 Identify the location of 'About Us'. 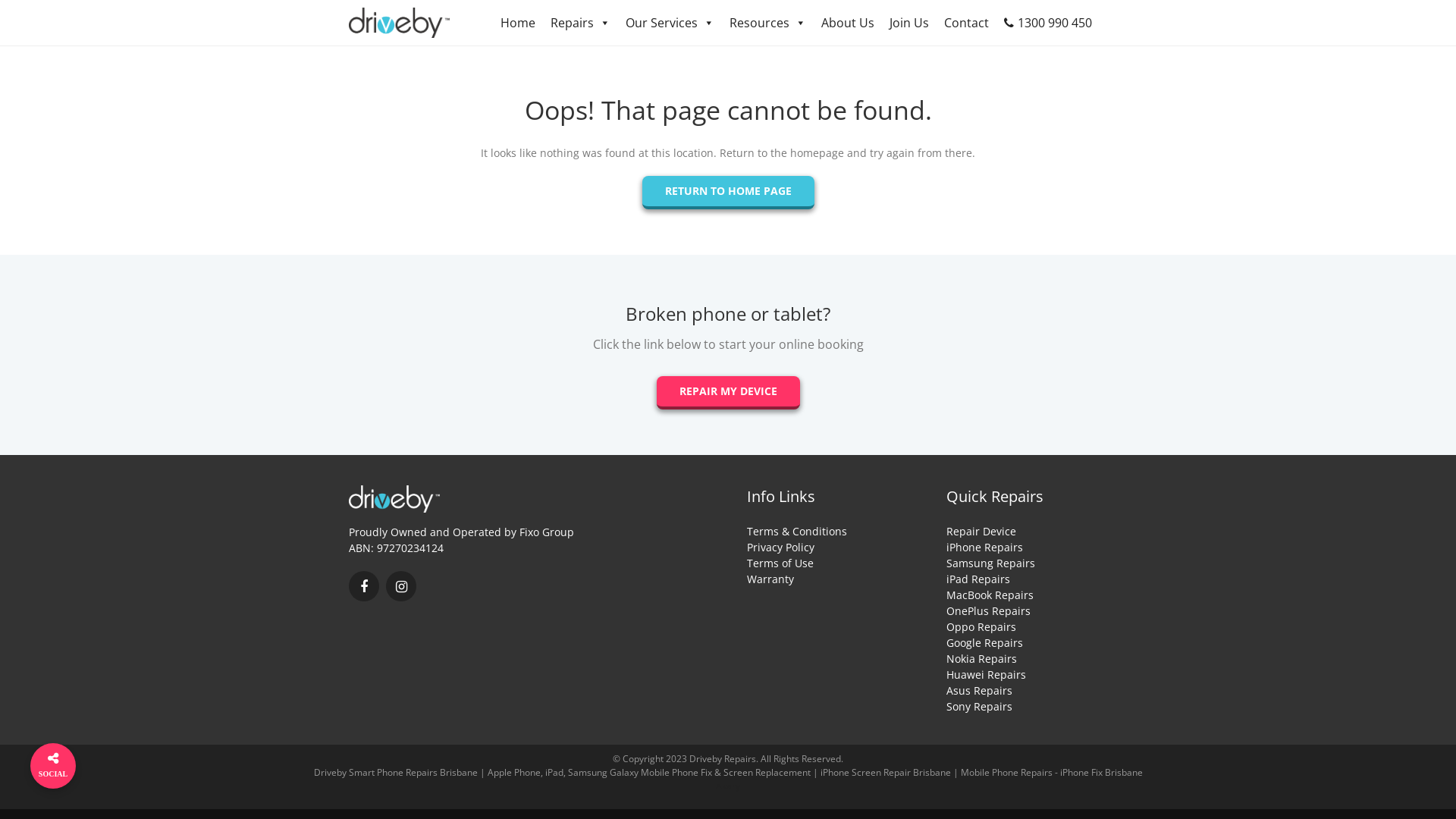
(813, 23).